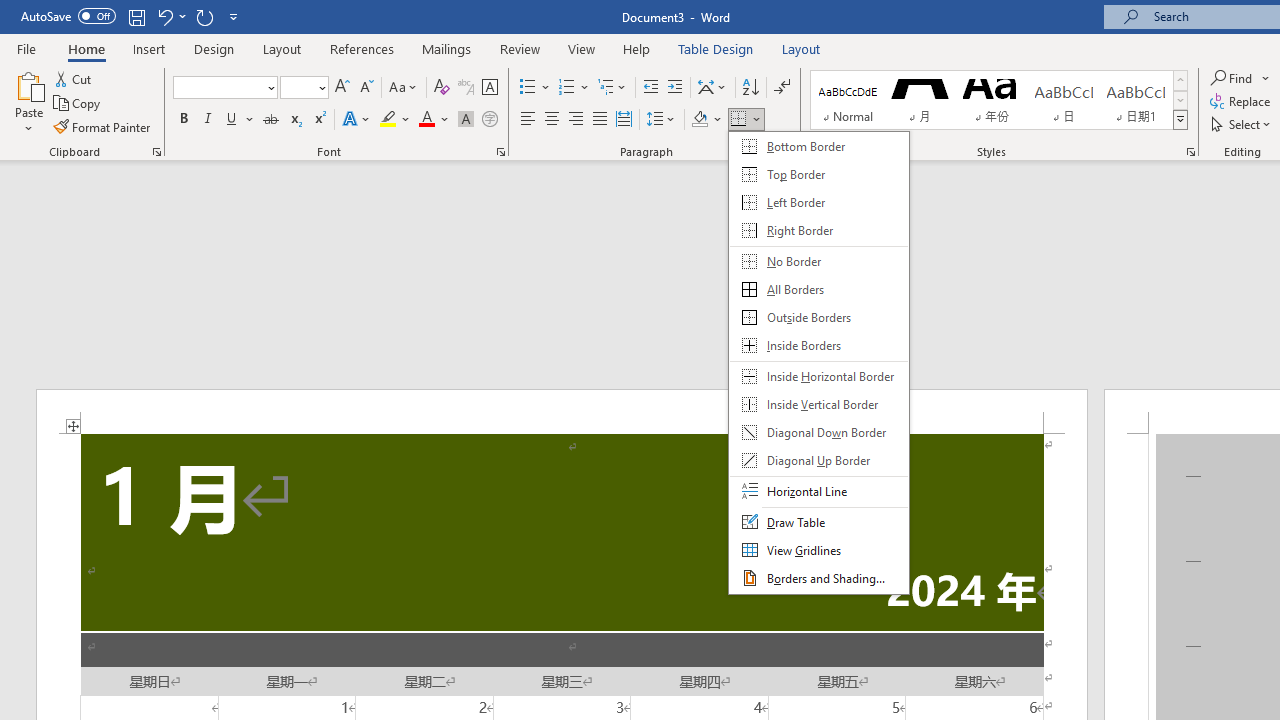  I want to click on '&Borders', so click(819, 362).